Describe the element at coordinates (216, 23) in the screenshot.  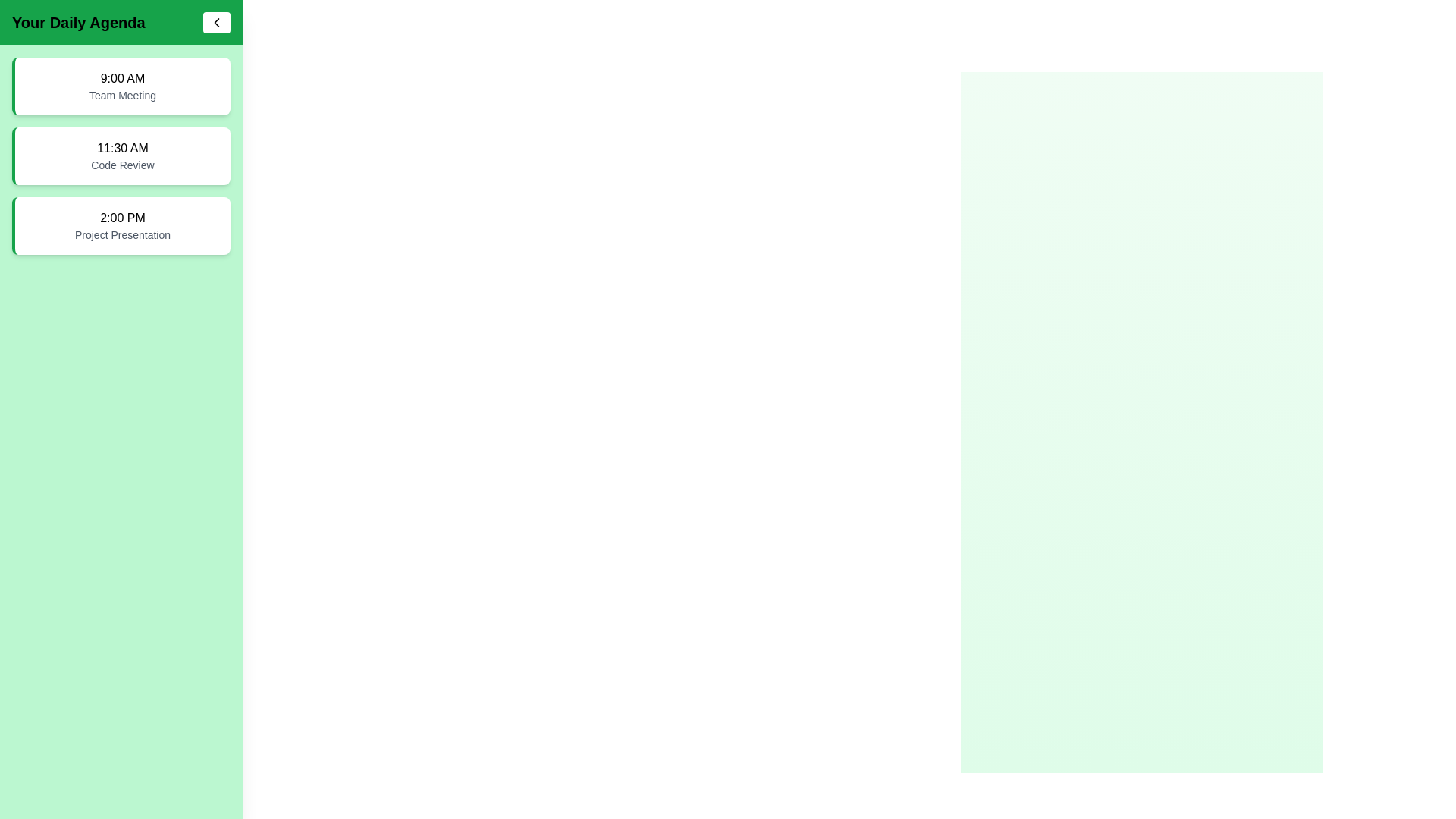
I see `the back navigation button, which is a chevron-left icon located in the top right corner of the green header bar, next to 'Your Daily Agenda'` at that location.